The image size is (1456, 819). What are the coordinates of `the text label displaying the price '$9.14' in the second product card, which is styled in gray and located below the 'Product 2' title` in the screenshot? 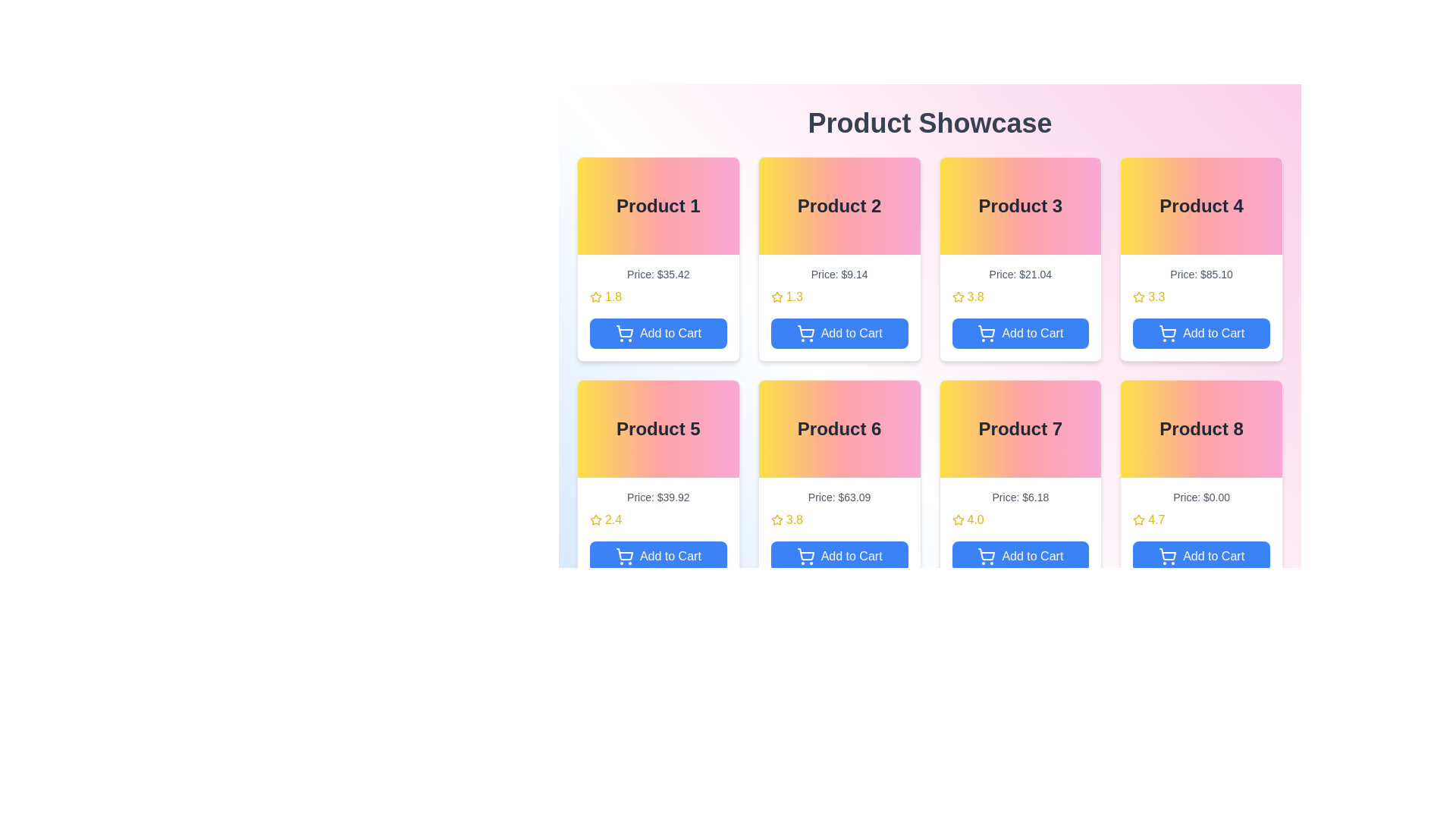 It's located at (839, 275).